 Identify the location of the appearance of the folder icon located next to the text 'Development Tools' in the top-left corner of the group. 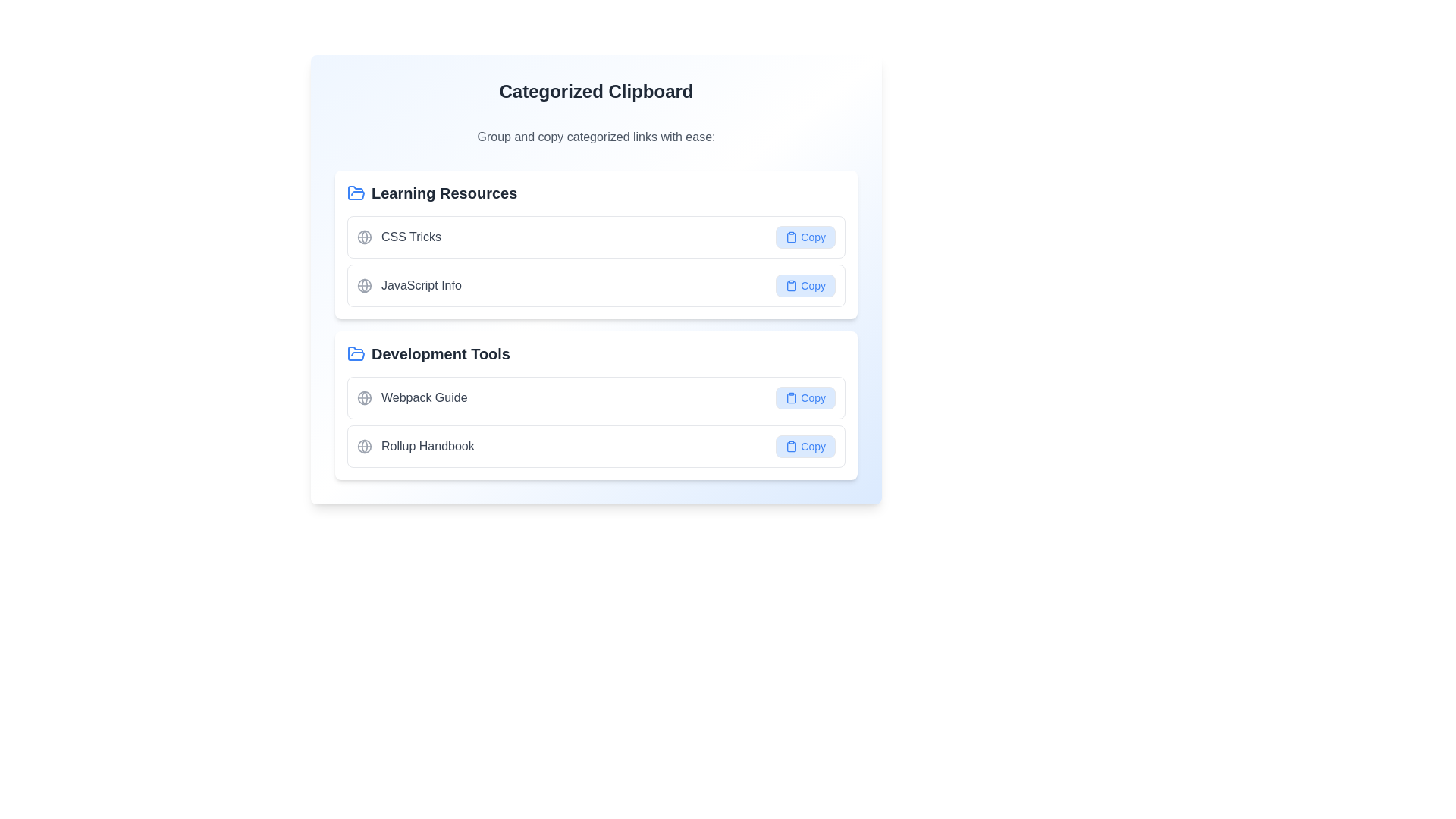
(356, 353).